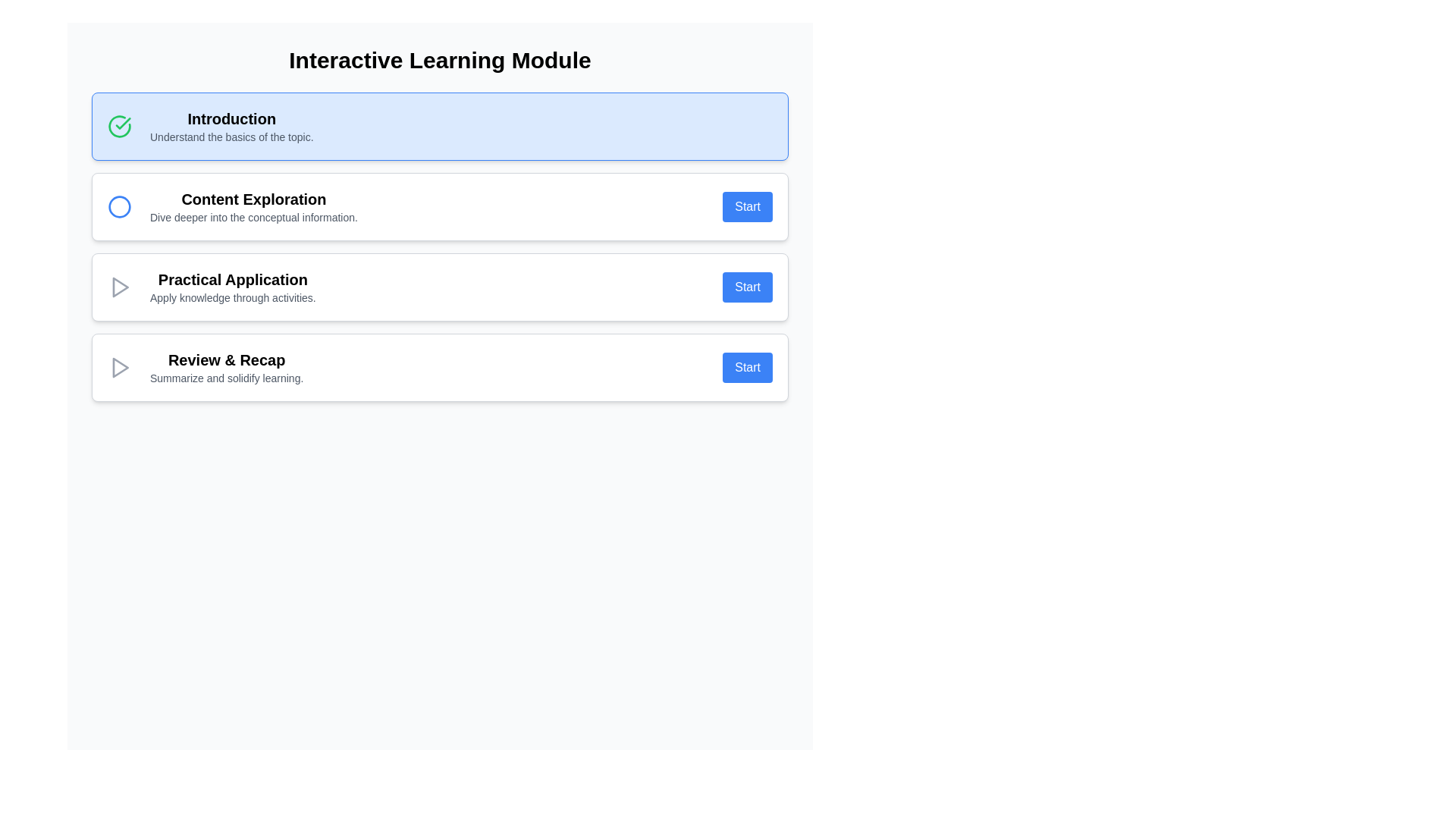 This screenshot has height=819, width=1456. I want to click on the bold, black title text 'Practical Application' located in the third section of the 'Interactive Learning Module', which is prominent above the supporting description, so click(232, 280).